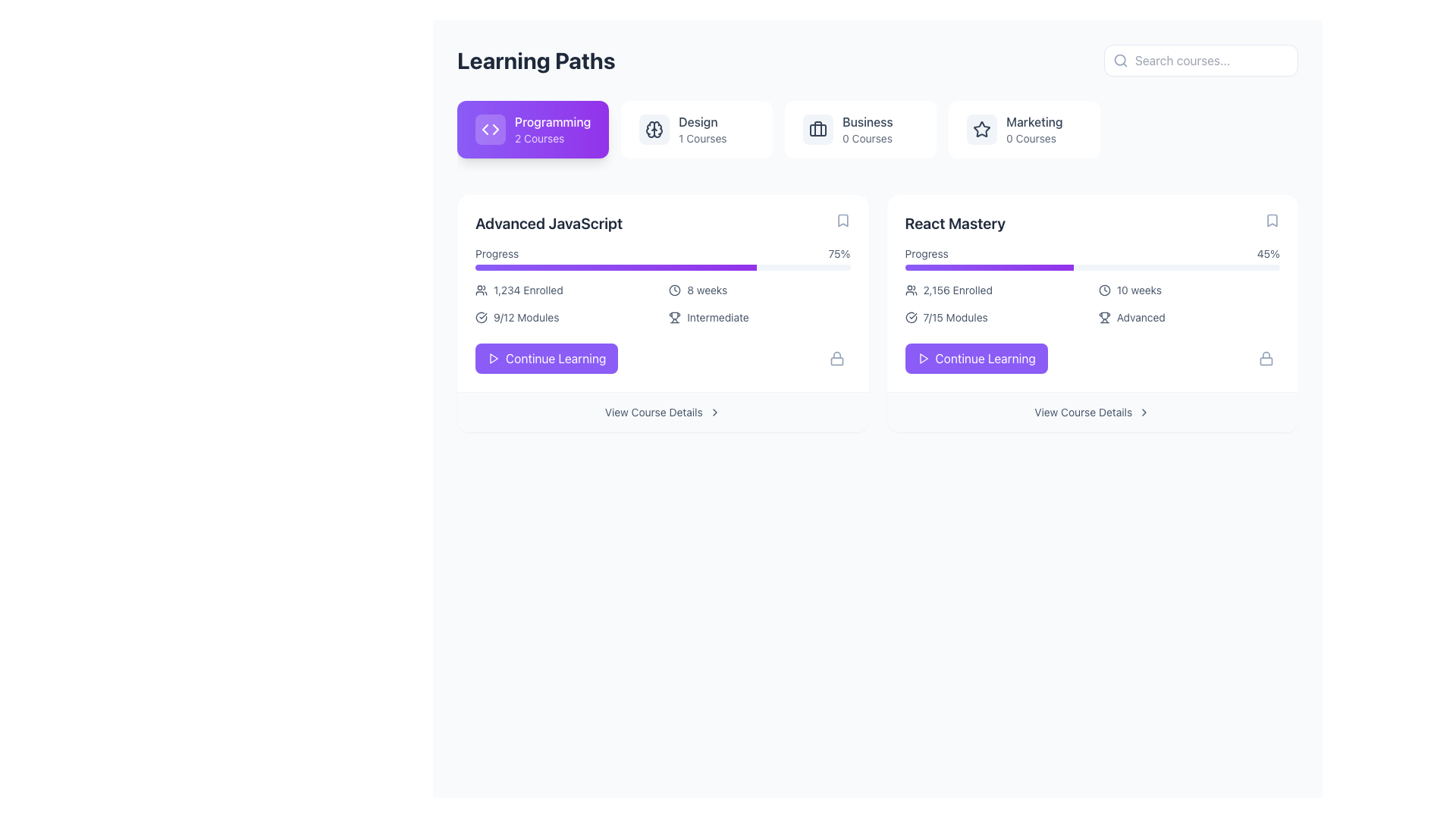  Describe the element at coordinates (817, 127) in the screenshot. I see `the vertical line element that forms part of the handle of the briefcase icon, located at the right side of the handle next to the 'Business' category text` at that location.